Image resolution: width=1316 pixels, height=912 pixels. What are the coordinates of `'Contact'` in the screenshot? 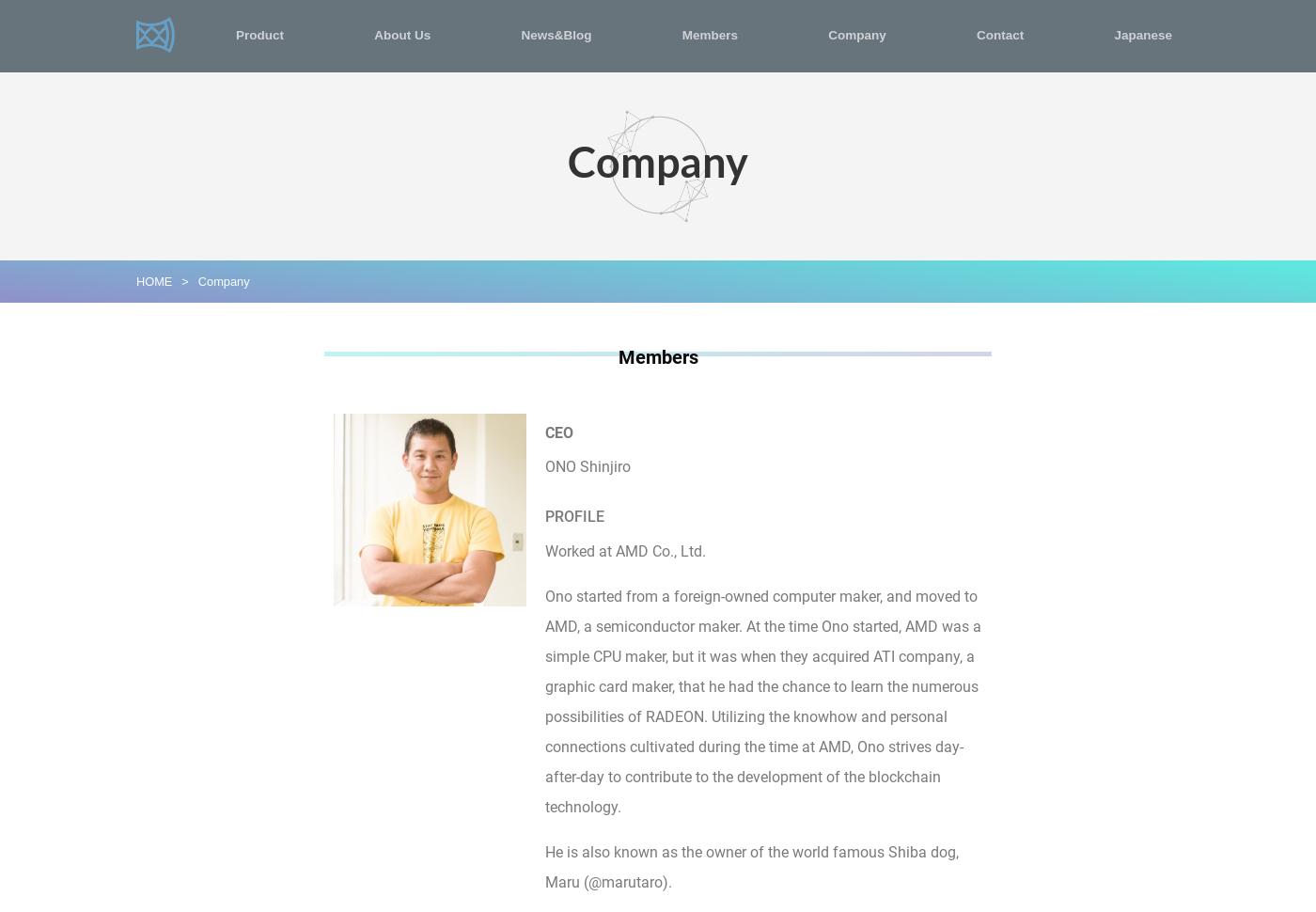 It's located at (999, 35).